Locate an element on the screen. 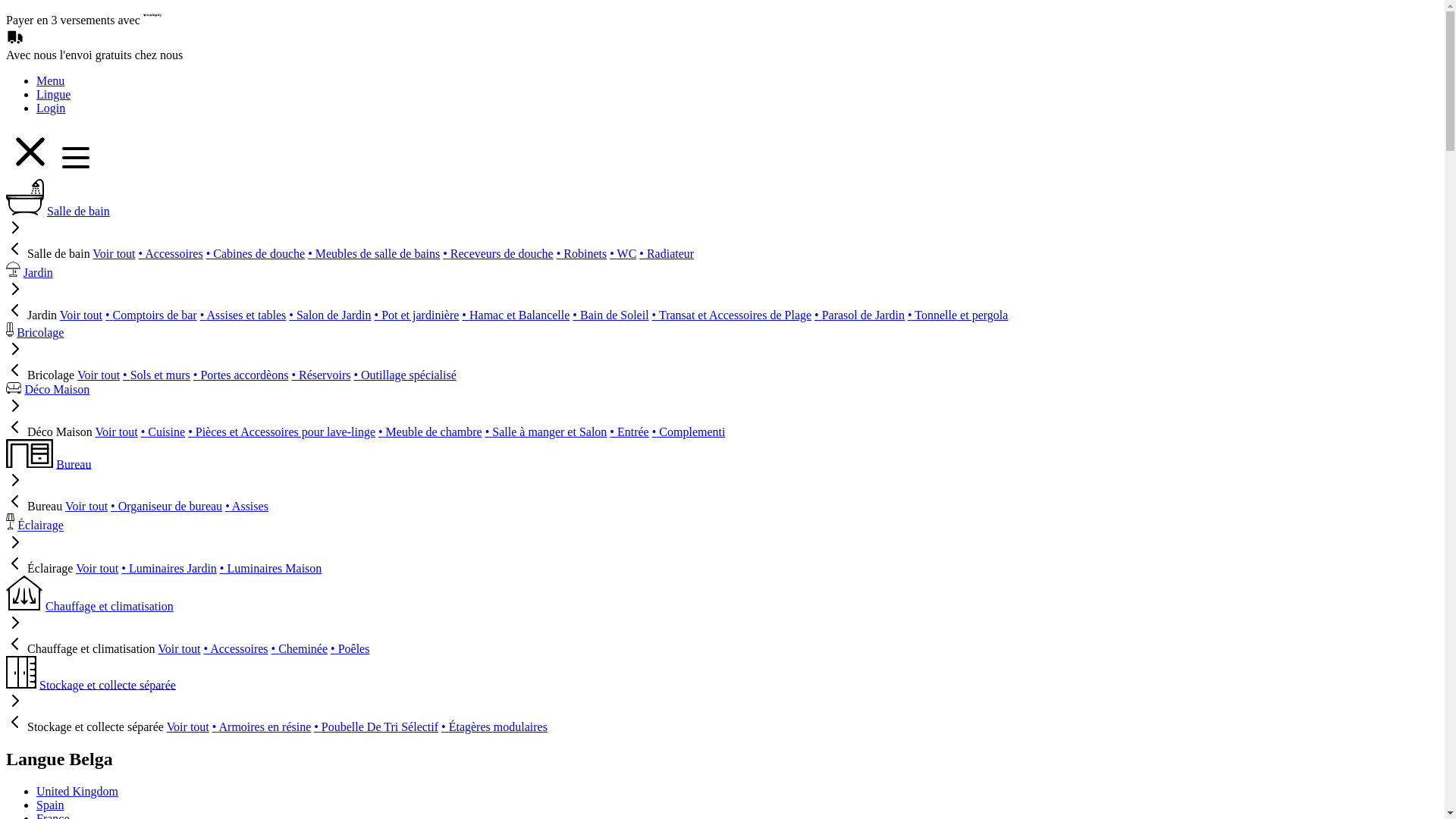  'chevron-right' is located at coordinates (14, 353).